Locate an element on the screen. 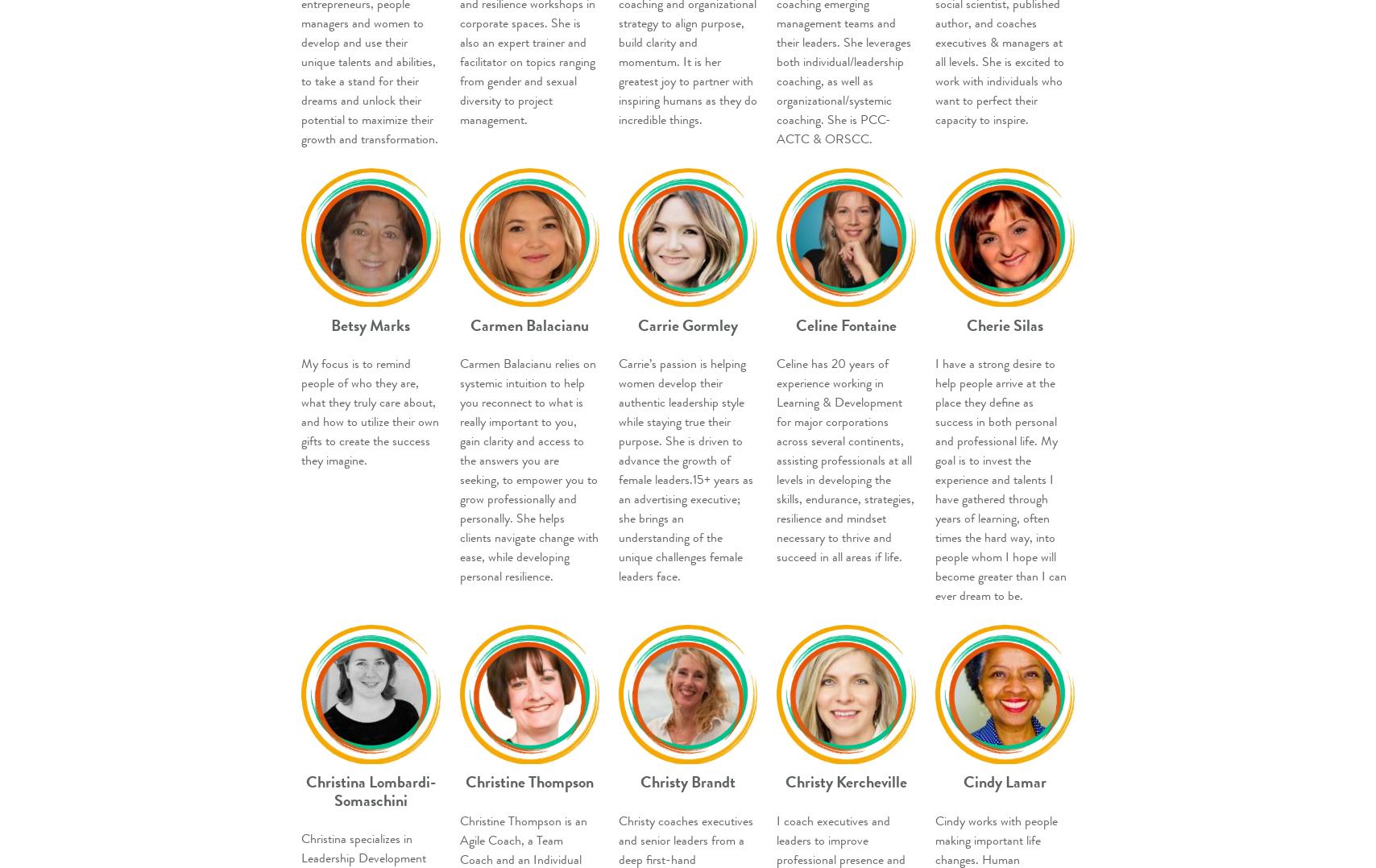 This screenshot has height=868, width=1376. 'Betsy Marks' is located at coordinates (370, 324).